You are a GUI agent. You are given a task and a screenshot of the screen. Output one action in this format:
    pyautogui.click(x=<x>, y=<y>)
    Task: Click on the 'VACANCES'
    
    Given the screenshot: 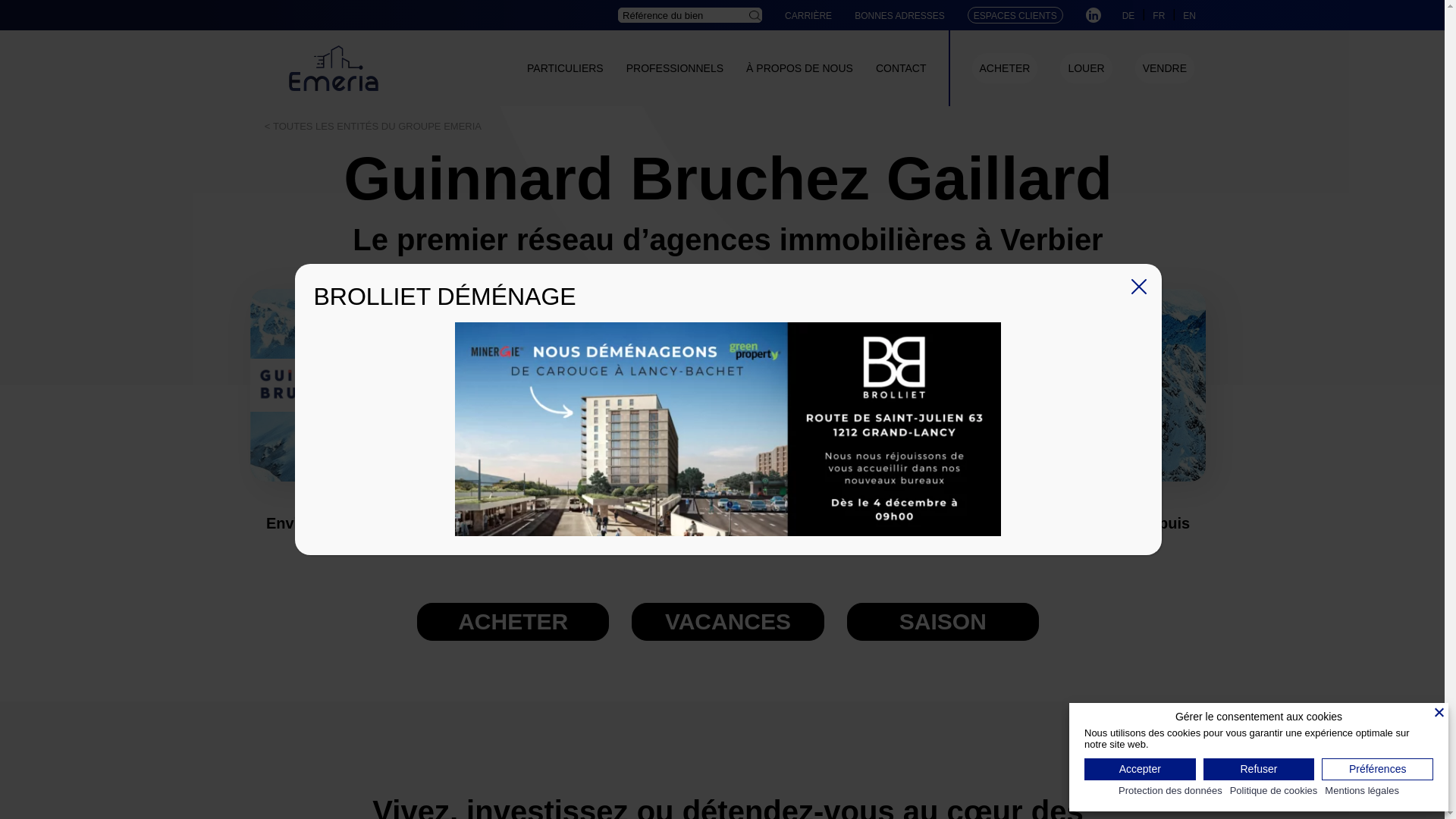 What is the action you would take?
    pyautogui.click(x=726, y=622)
    